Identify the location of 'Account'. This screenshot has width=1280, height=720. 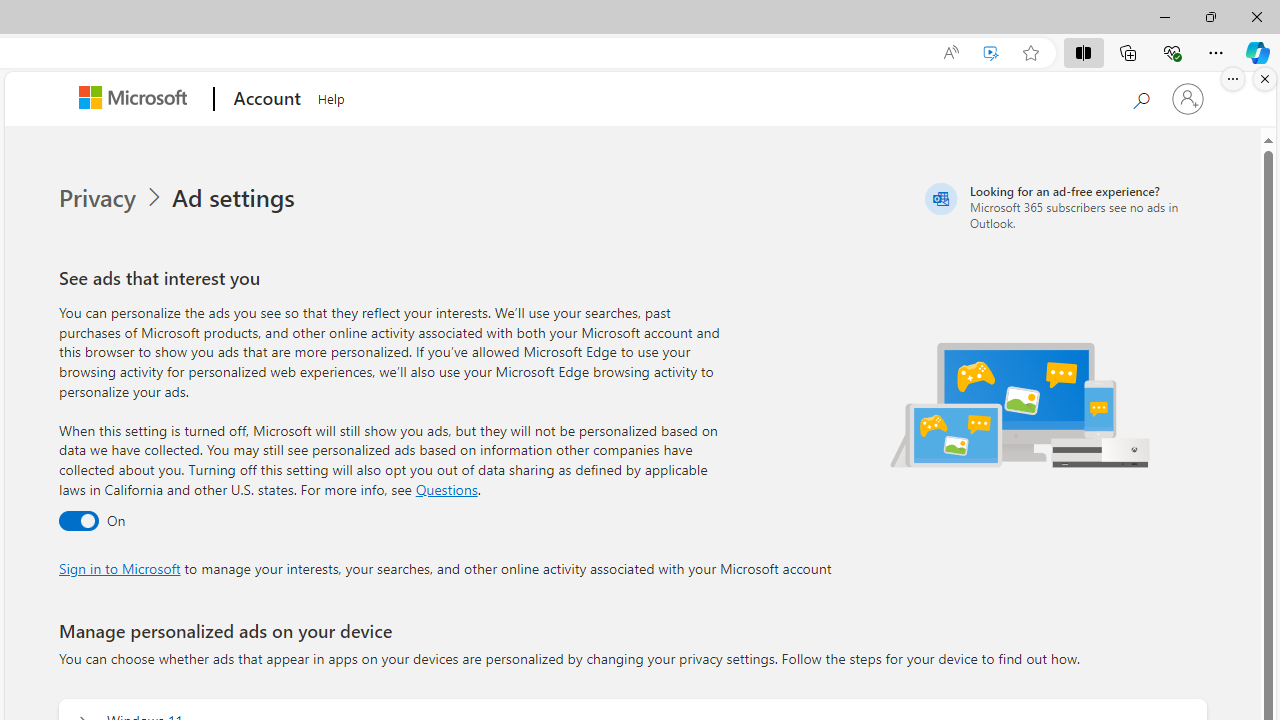
(263, 99).